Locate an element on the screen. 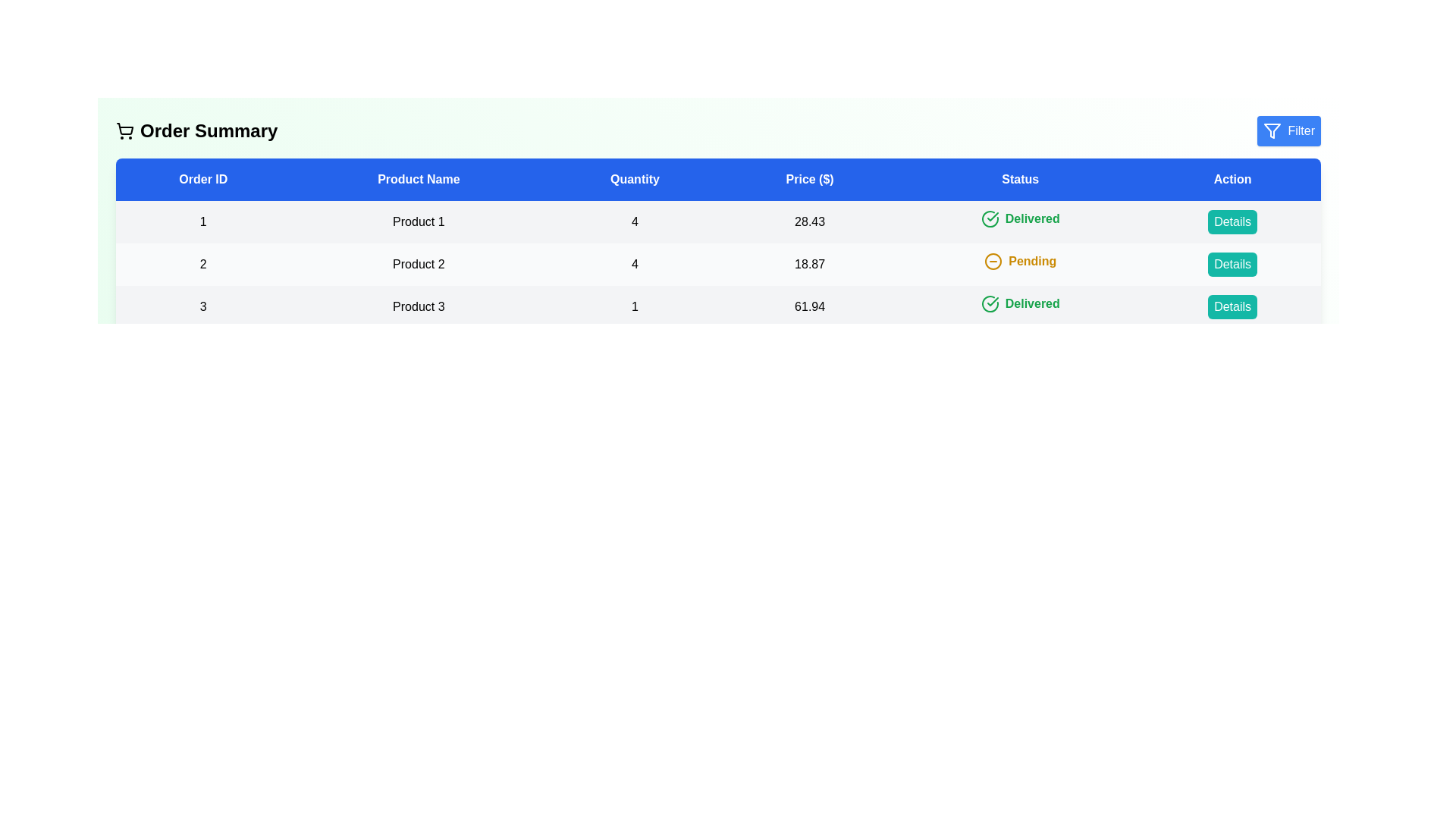 The width and height of the screenshot is (1456, 819). the 'Details' button for the order with ID 1 is located at coordinates (1232, 222).